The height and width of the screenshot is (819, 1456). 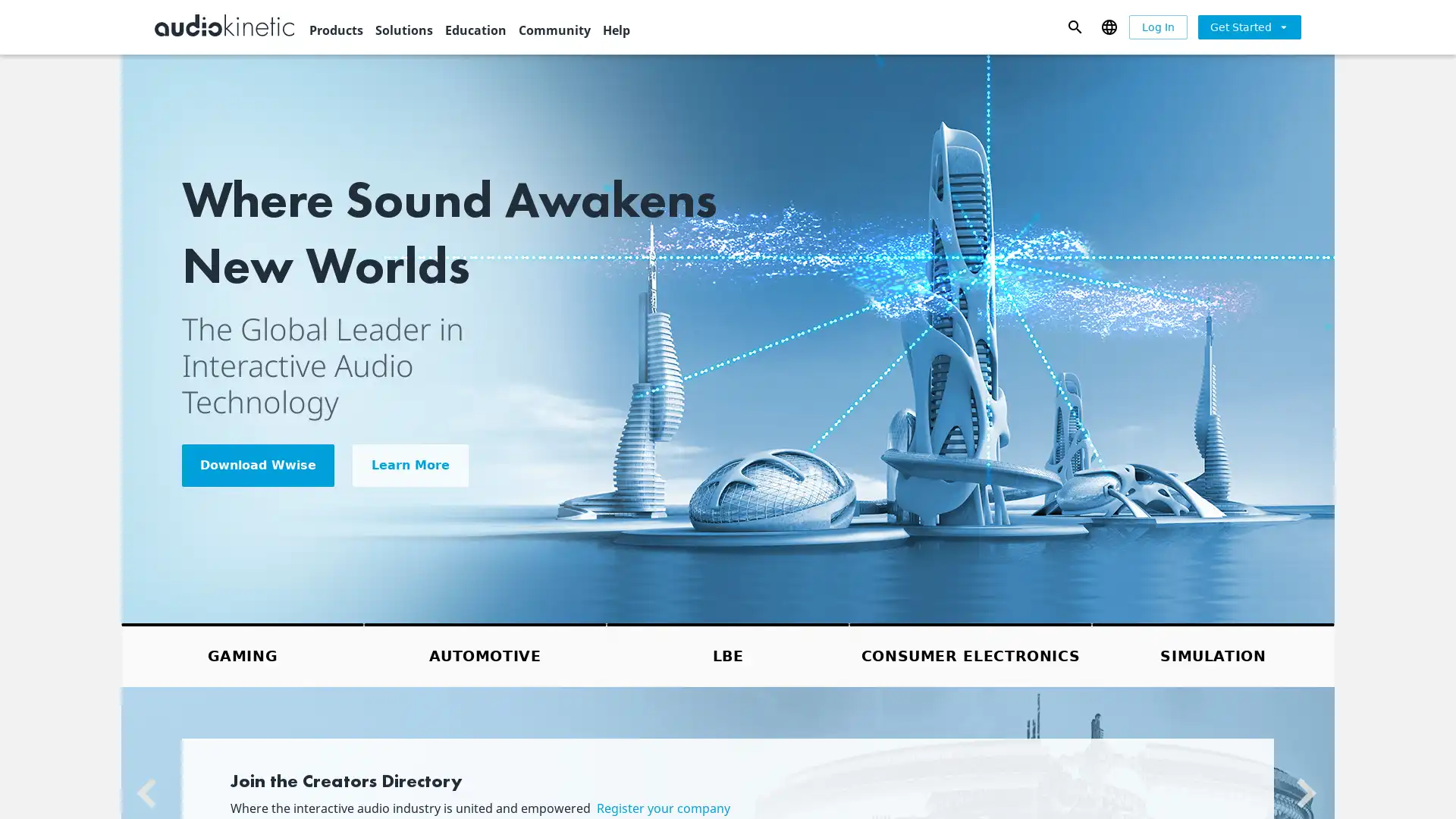 What do you see at coordinates (1109, 26) in the screenshot?
I see `language` at bounding box center [1109, 26].